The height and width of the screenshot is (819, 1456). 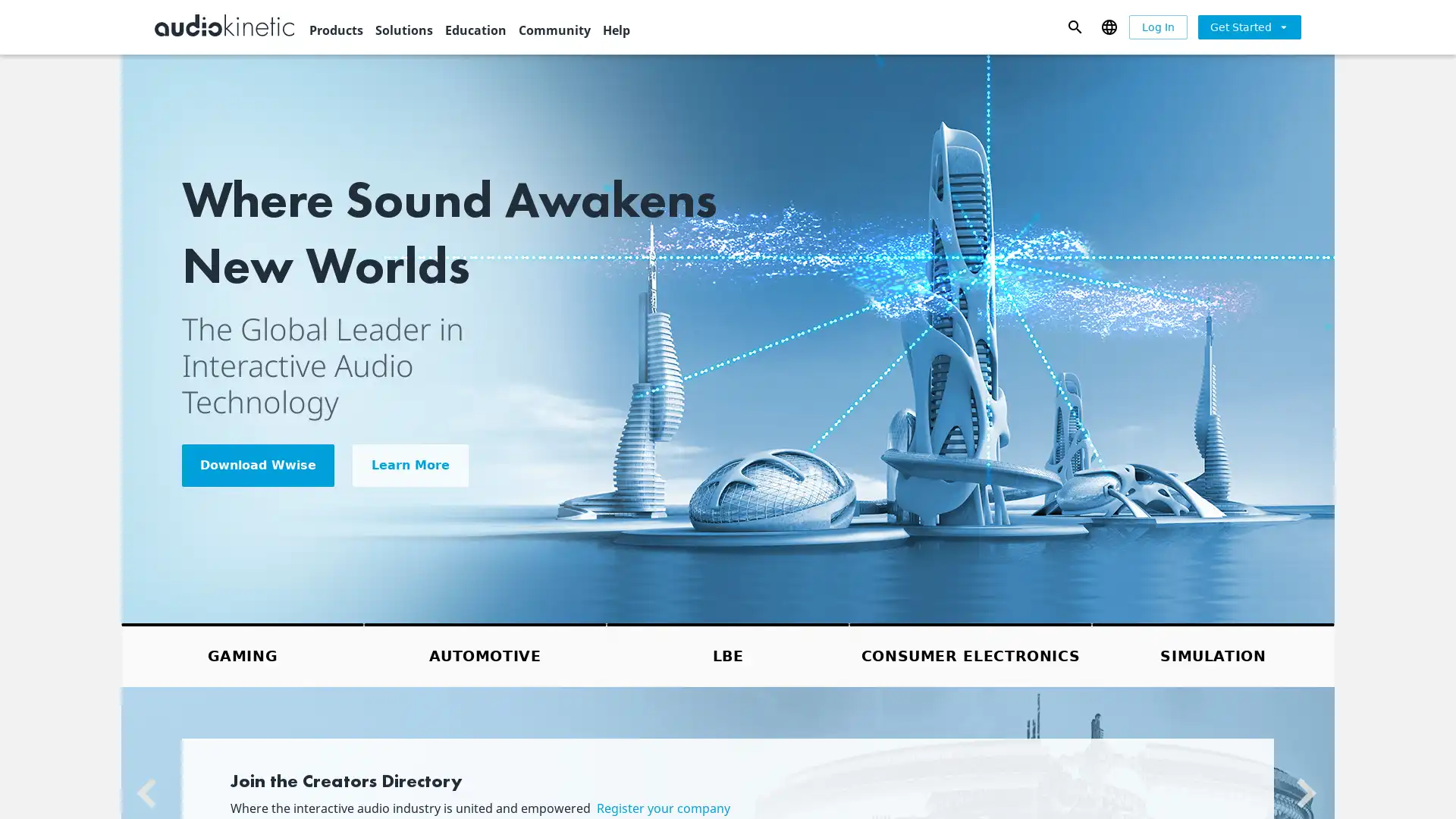 What do you see at coordinates (1109, 26) in the screenshot?
I see `language` at bounding box center [1109, 26].